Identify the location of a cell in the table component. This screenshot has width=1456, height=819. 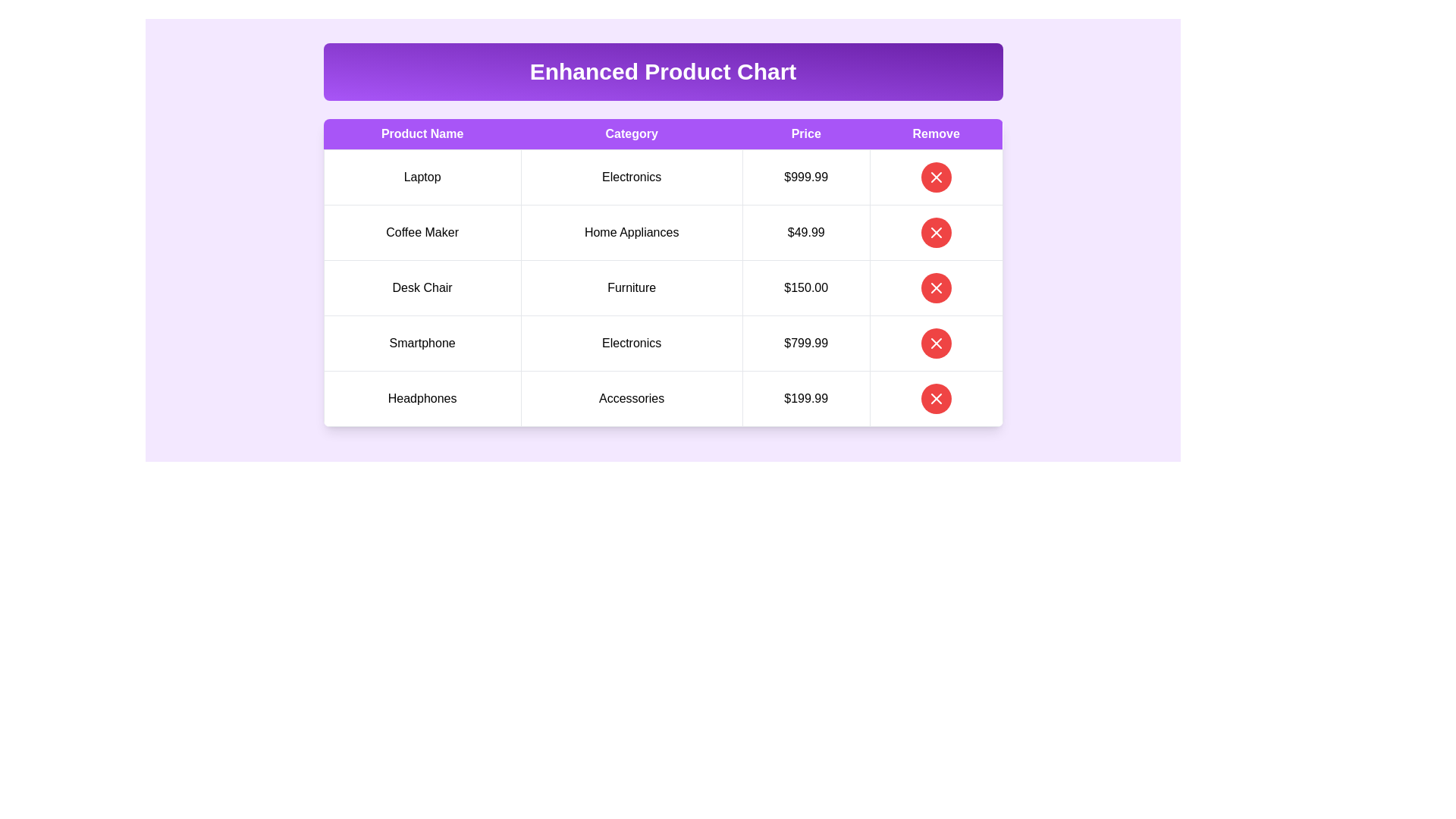
(663, 234).